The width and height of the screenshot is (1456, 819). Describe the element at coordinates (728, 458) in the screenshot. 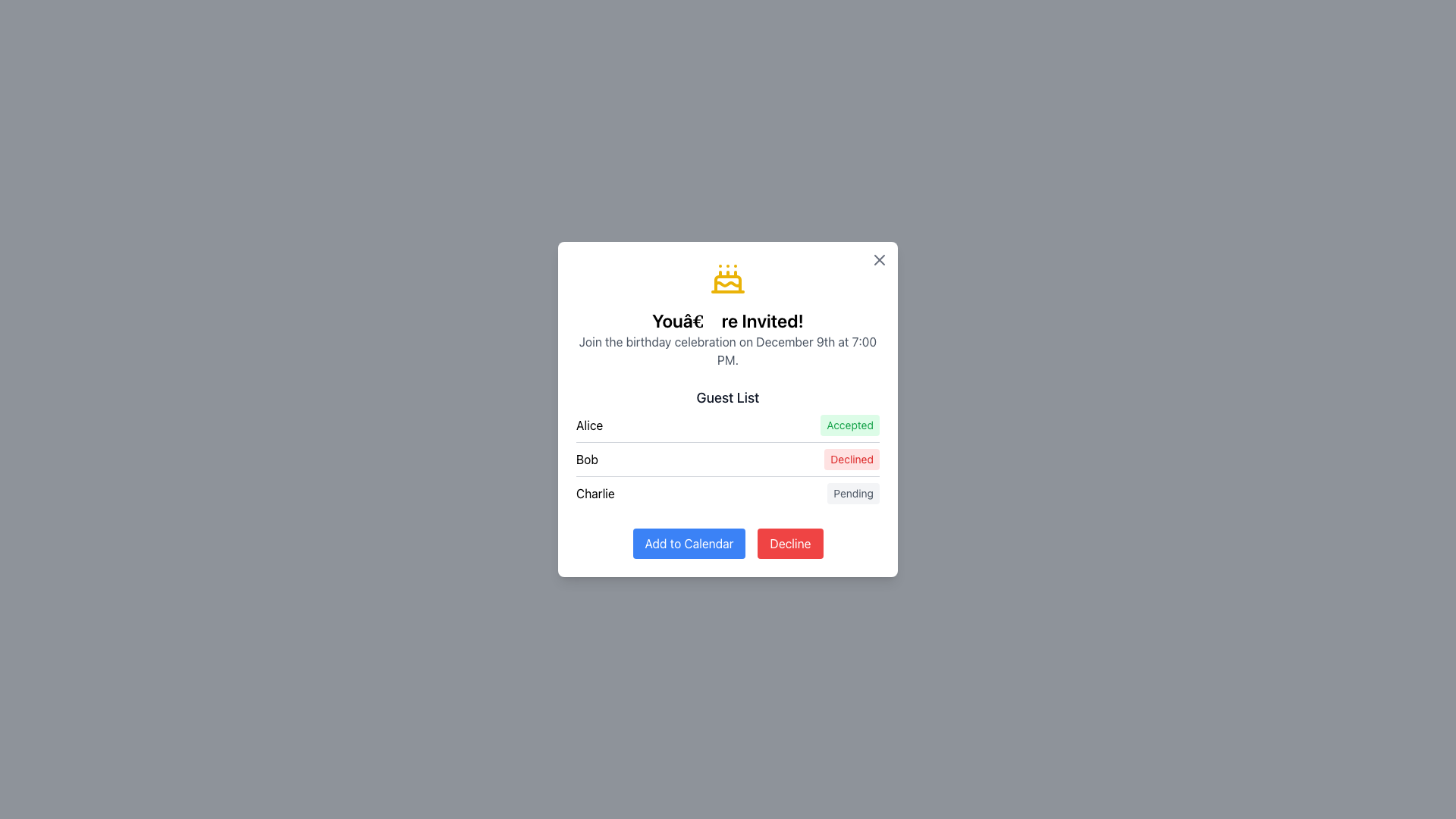

I see `details of the second row in the 'Guest List' which shows 'Bob - Declined' on a red background` at that location.